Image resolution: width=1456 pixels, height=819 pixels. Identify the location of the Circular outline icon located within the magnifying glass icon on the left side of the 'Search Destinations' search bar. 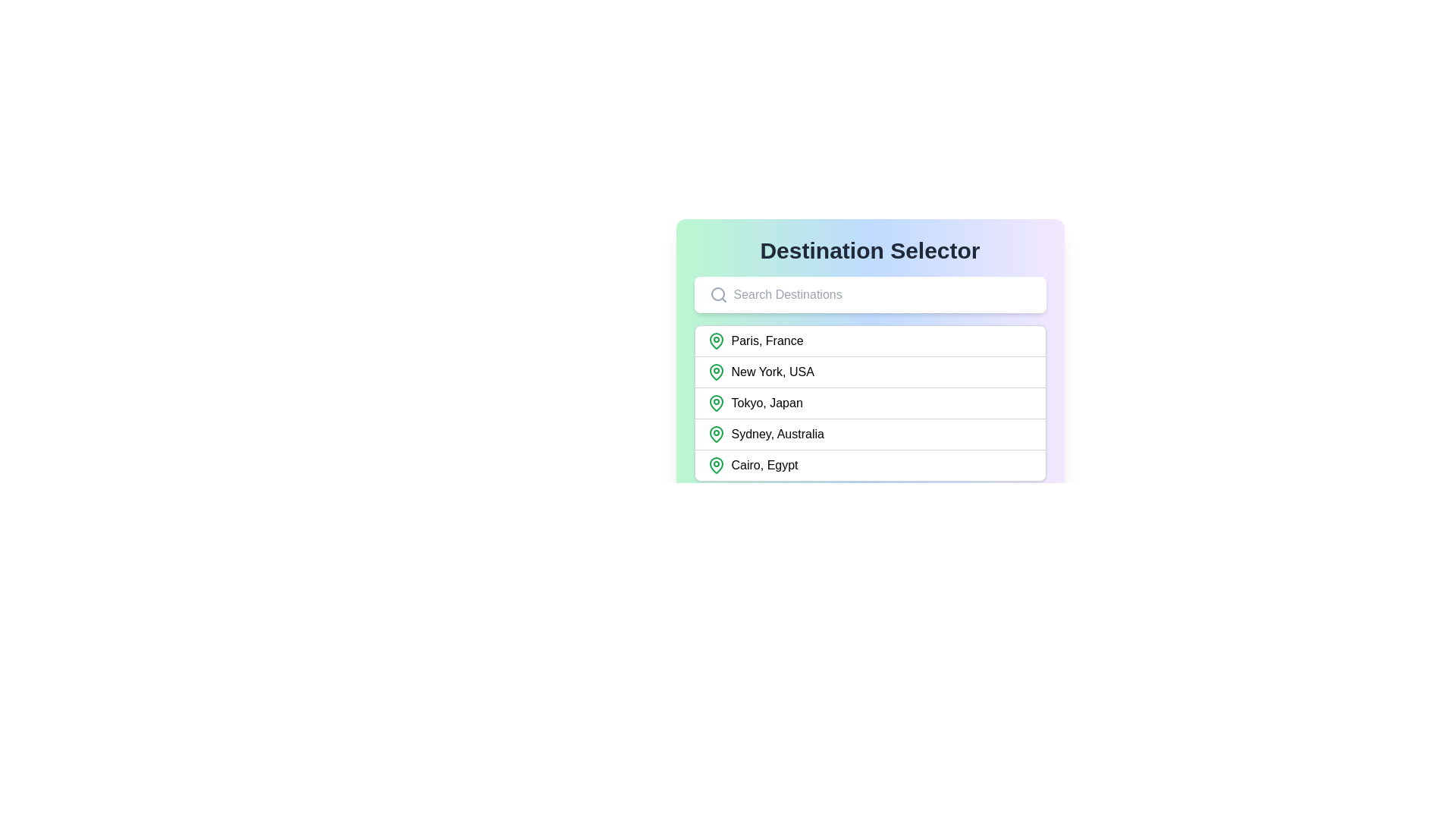
(717, 294).